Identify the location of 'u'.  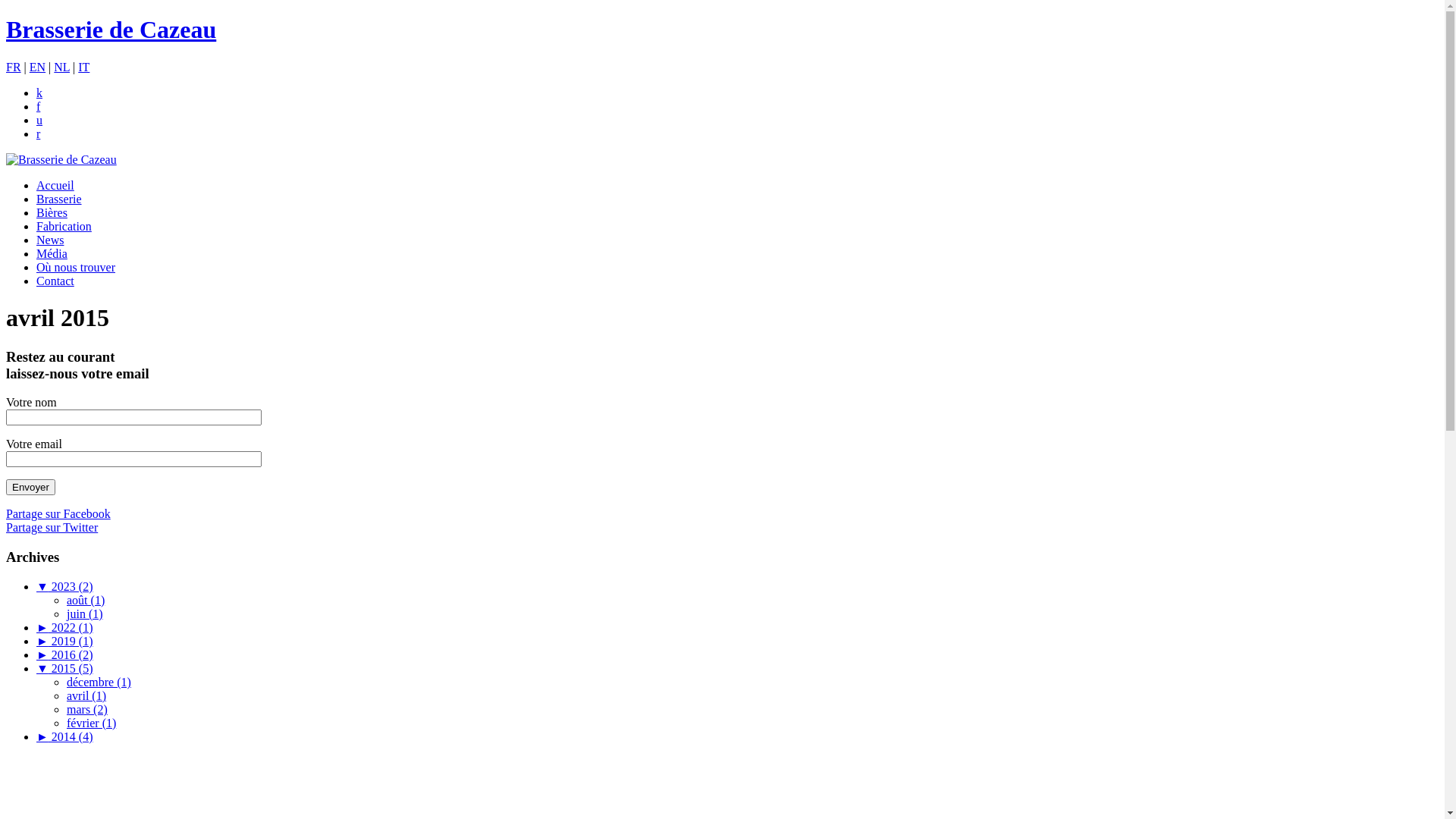
(39, 119).